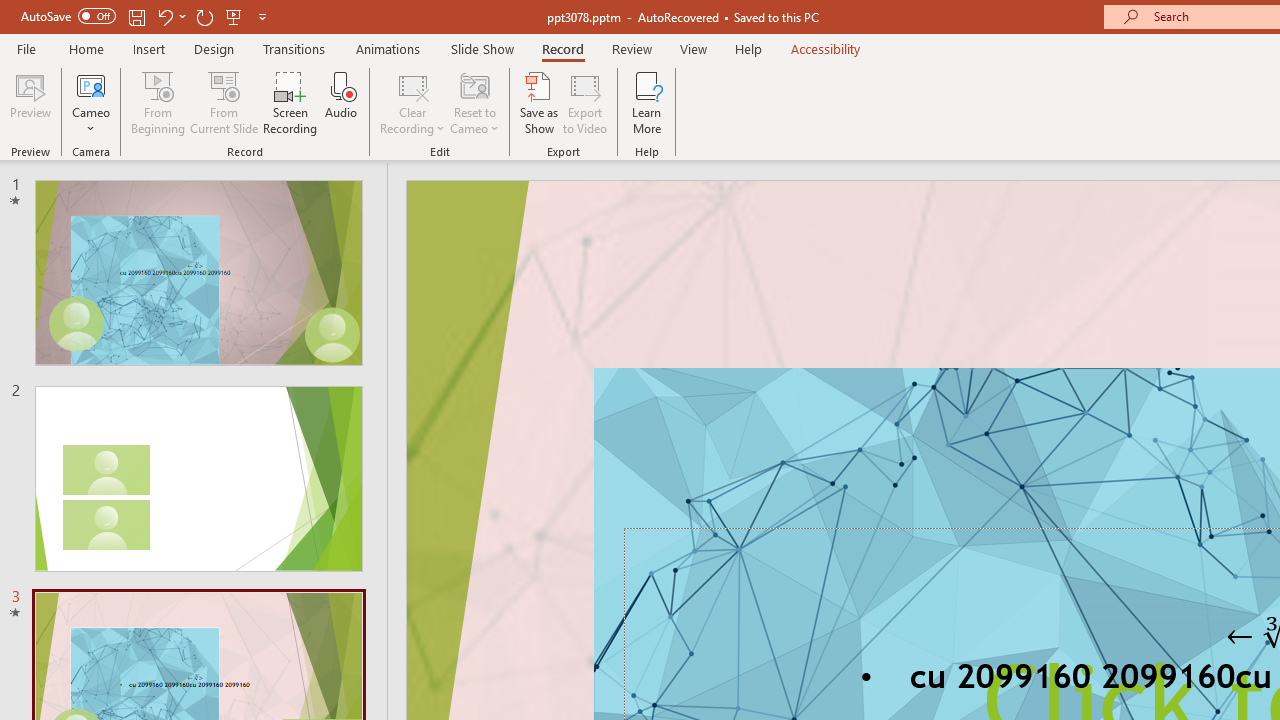 This screenshot has width=1280, height=720. What do you see at coordinates (481, 48) in the screenshot?
I see `'Slide Show'` at bounding box center [481, 48].